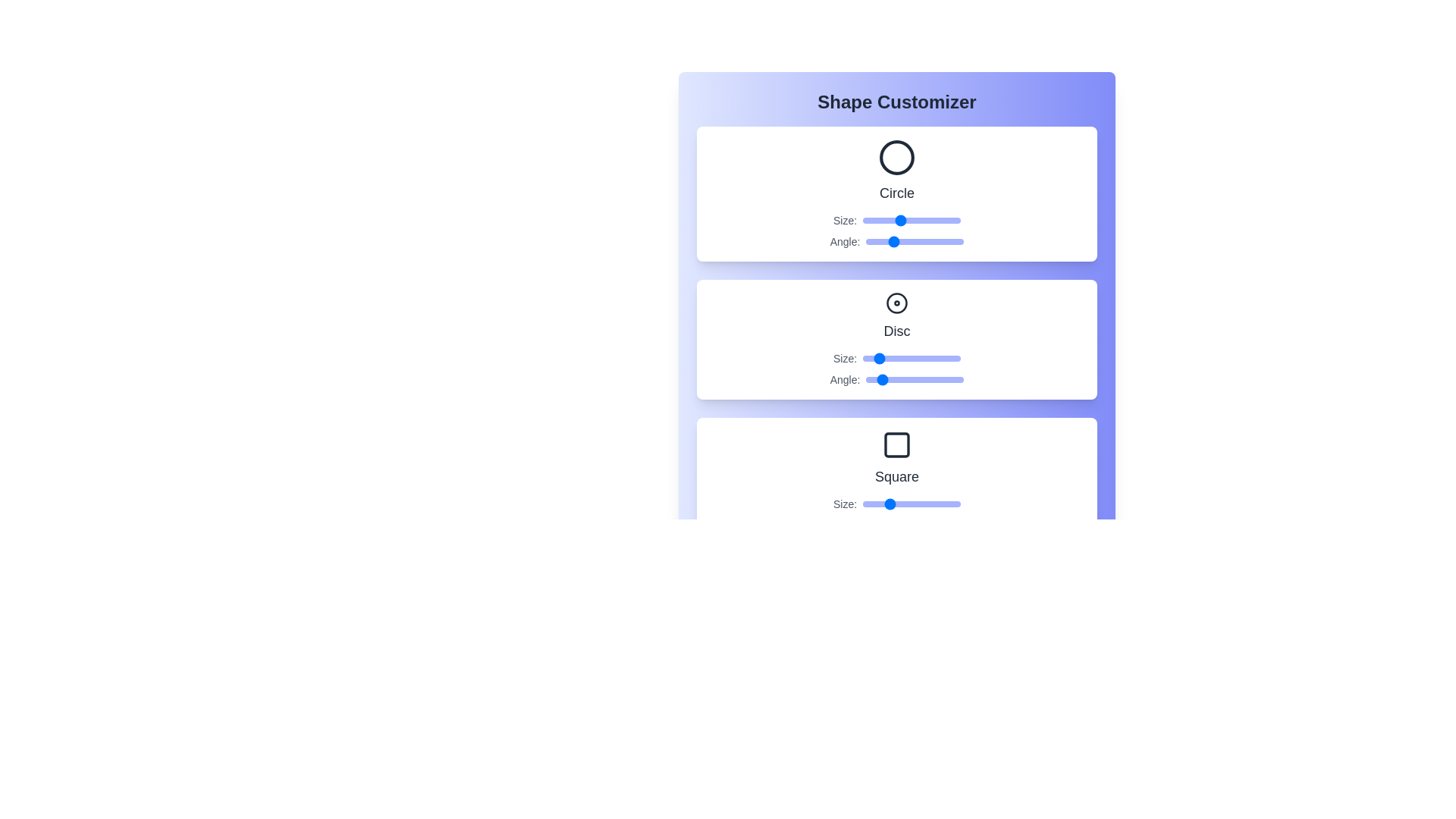  What do you see at coordinates (896, 330) in the screenshot?
I see `the name of the shape Disc` at bounding box center [896, 330].